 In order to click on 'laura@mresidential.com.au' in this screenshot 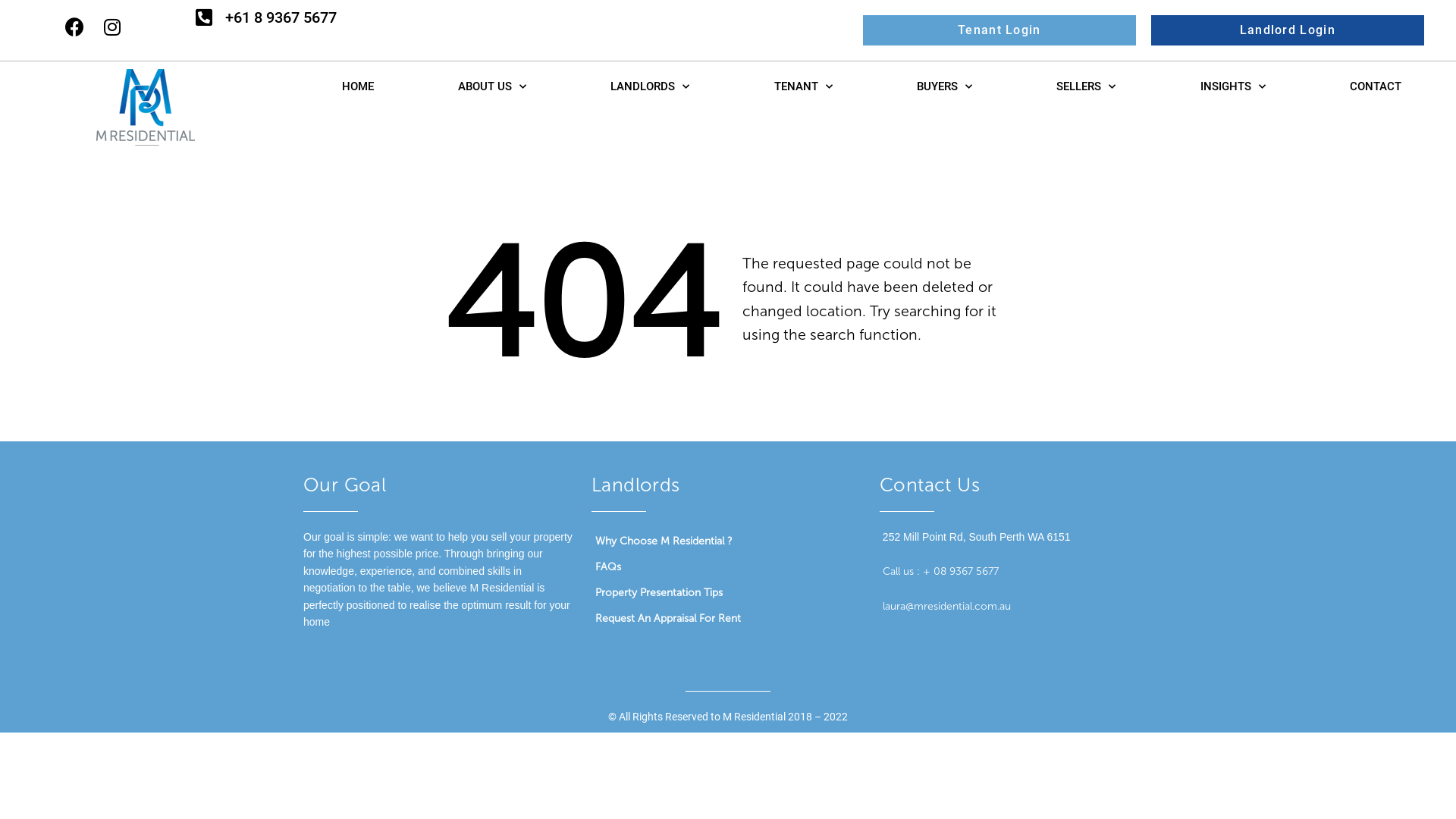, I will do `click(882, 605)`.